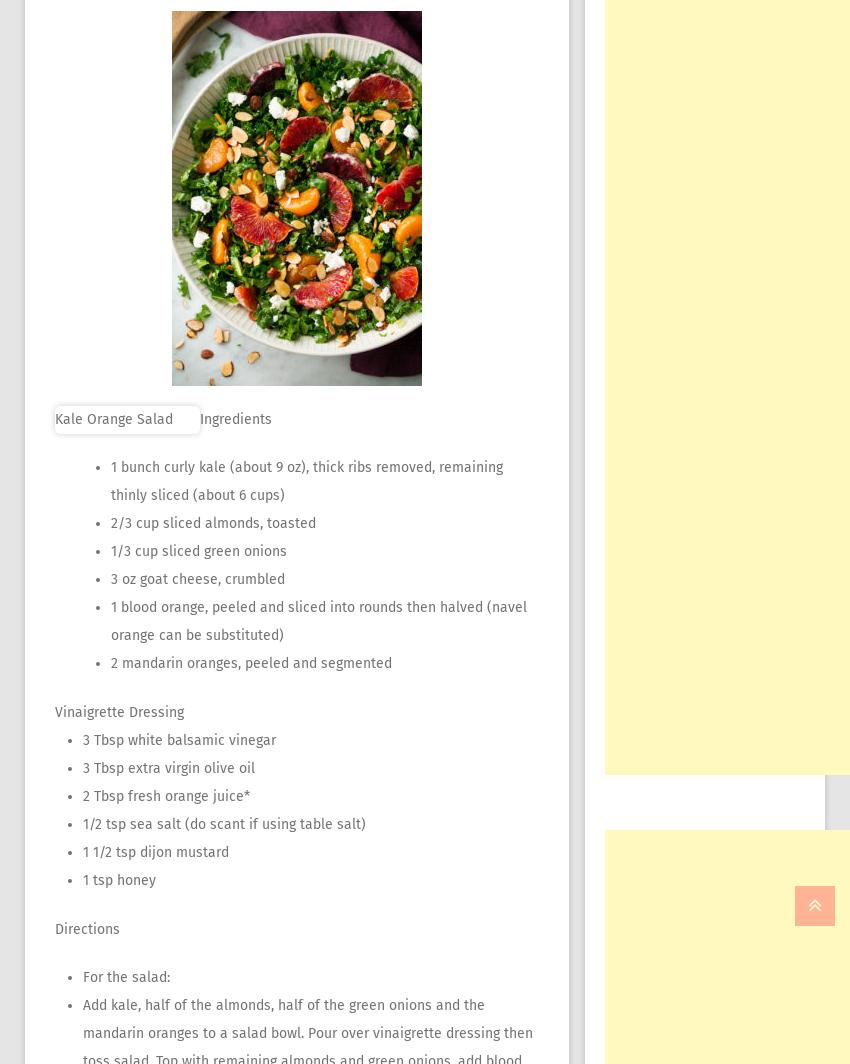 The height and width of the screenshot is (1064, 850). I want to click on '2/3 cup sliced almonds, toasted', so click(212, 523).